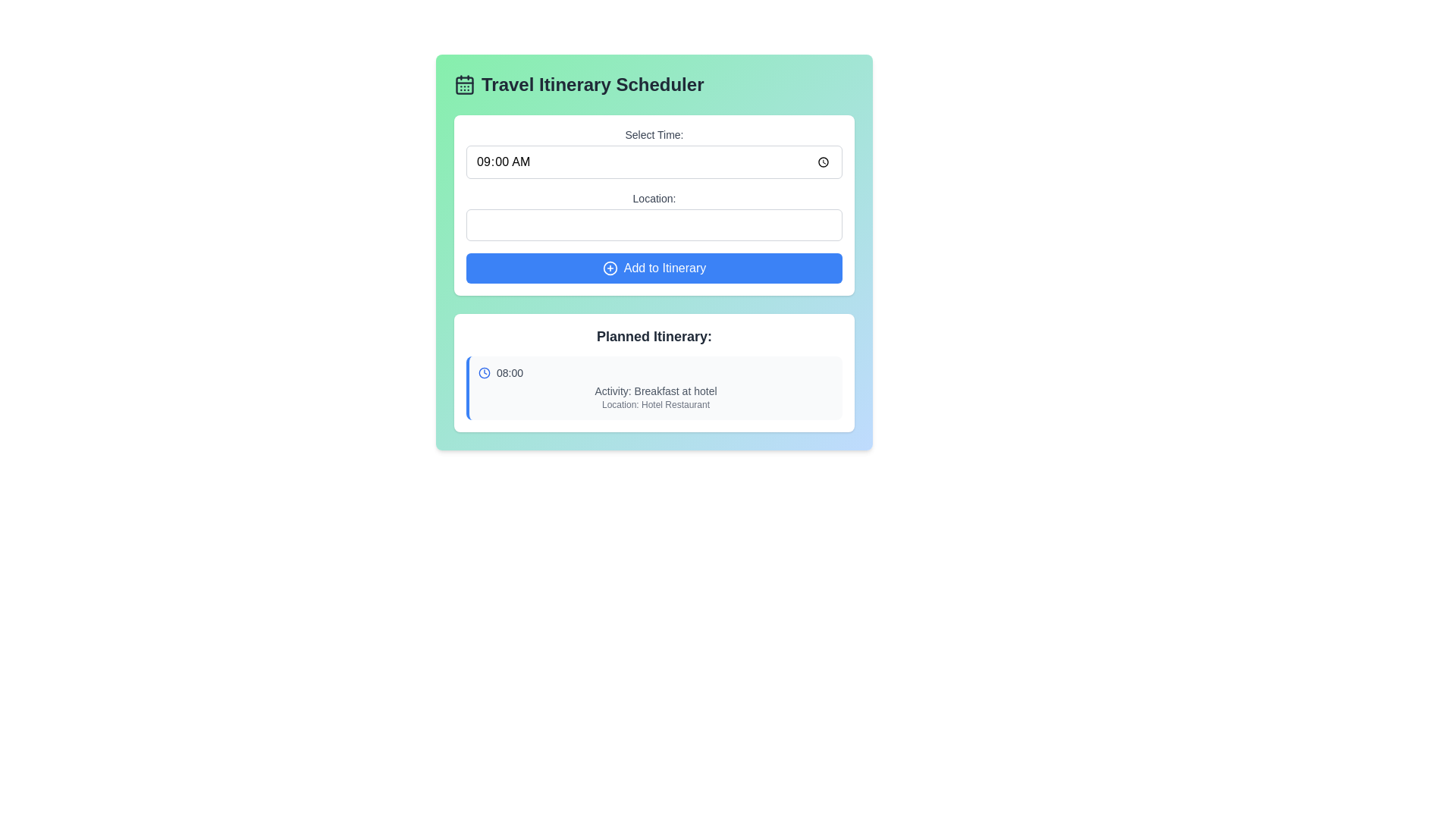 The width and height of the screenshot is (1456, 819). Describe the element at coordinates (483, 373) in the screenshot. I see `the circular clock icon with a blue outline located to the left of the text '08:00'` at that location.